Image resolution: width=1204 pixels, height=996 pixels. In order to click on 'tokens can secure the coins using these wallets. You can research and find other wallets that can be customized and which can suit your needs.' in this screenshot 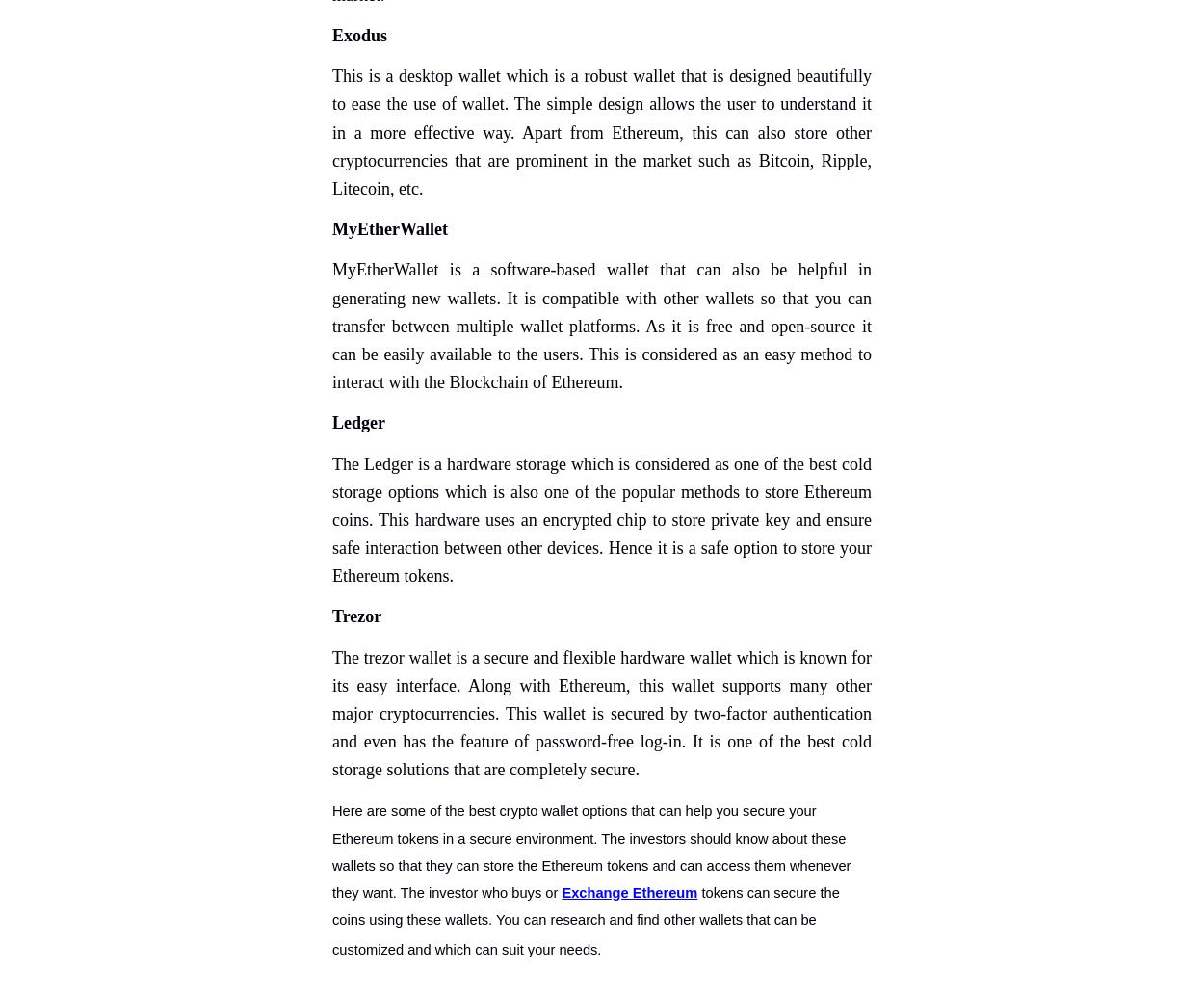, I will do `click(585, 919)`.